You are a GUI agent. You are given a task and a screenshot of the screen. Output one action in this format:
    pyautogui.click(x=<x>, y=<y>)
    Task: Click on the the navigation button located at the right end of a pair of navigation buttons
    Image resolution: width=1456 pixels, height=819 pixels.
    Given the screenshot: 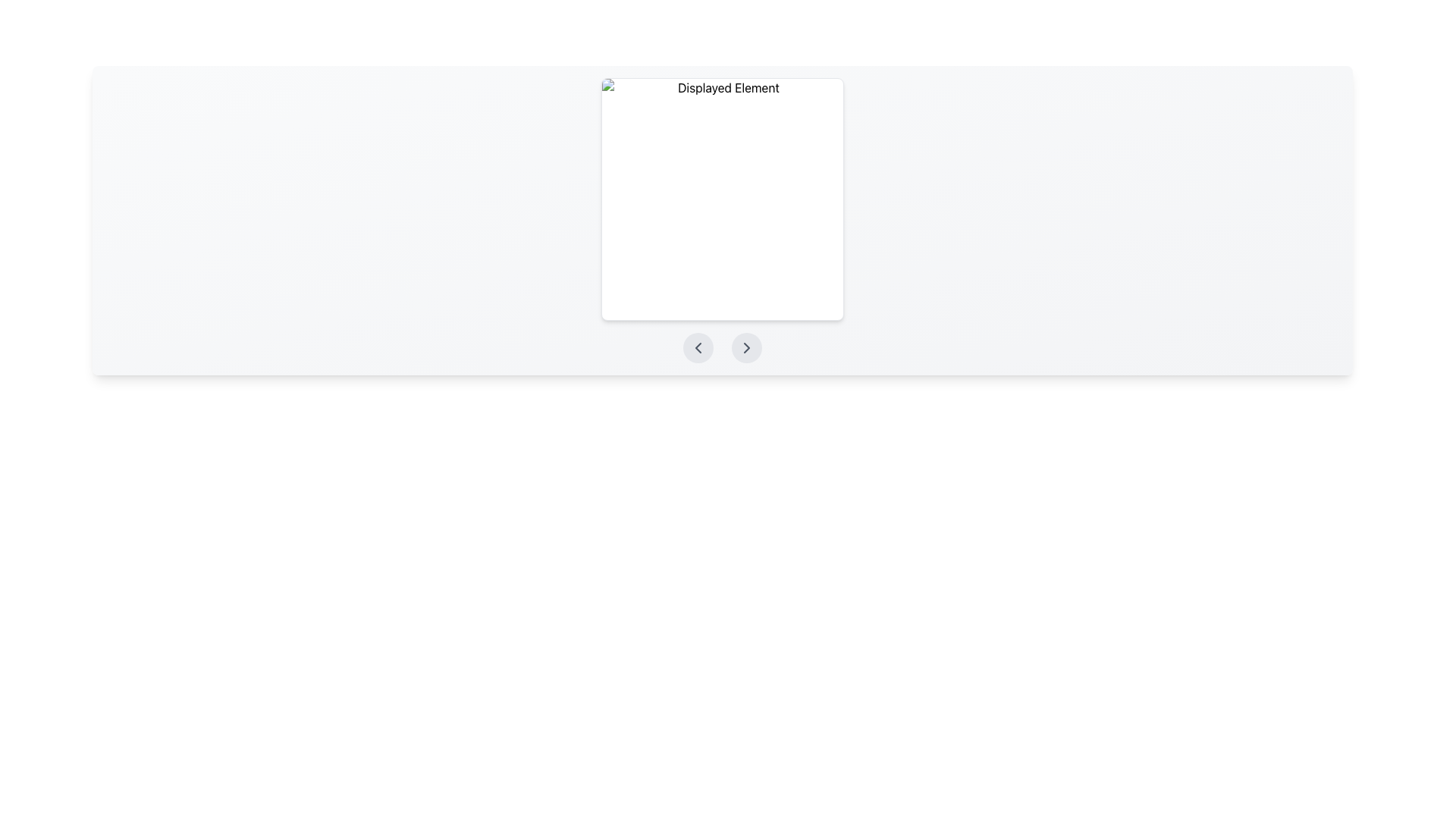 What is the action you would take?
    pyautogui.click(x=746, y=348)
    